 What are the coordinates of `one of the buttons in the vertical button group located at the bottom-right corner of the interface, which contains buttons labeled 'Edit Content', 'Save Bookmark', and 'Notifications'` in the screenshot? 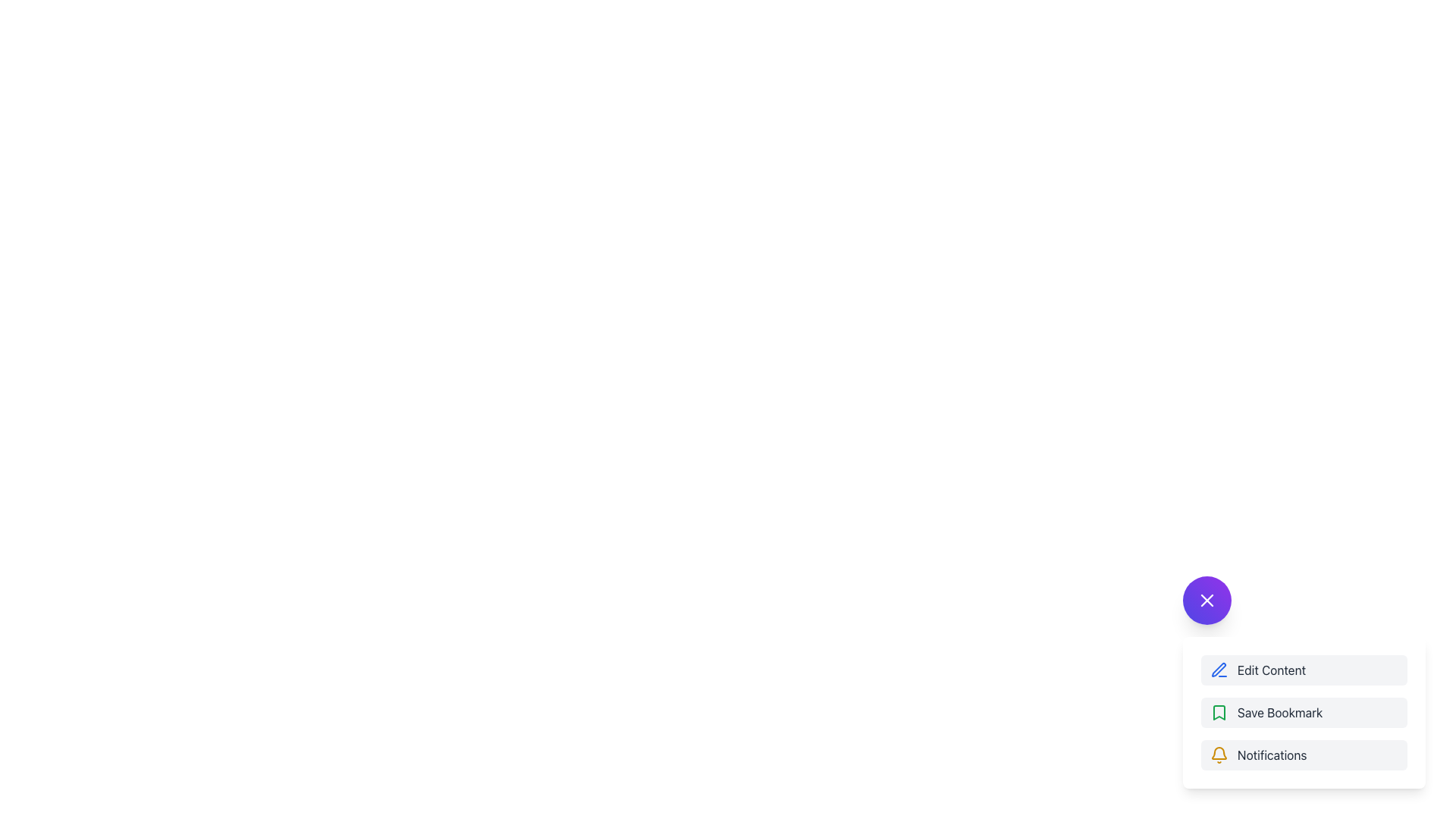 It's located at (1303, 713).